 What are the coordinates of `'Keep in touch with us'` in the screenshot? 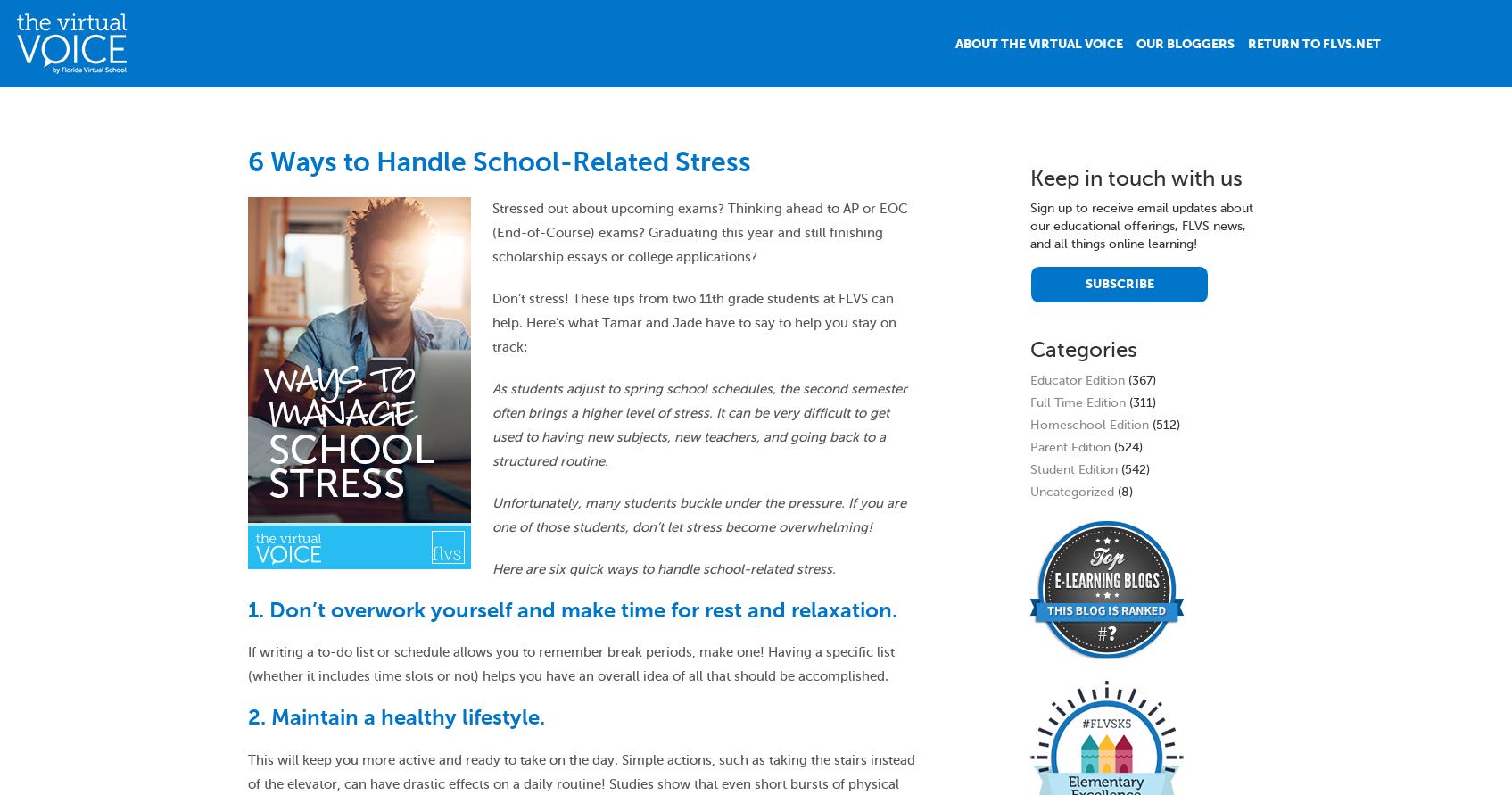 It's located at (1135, 179).